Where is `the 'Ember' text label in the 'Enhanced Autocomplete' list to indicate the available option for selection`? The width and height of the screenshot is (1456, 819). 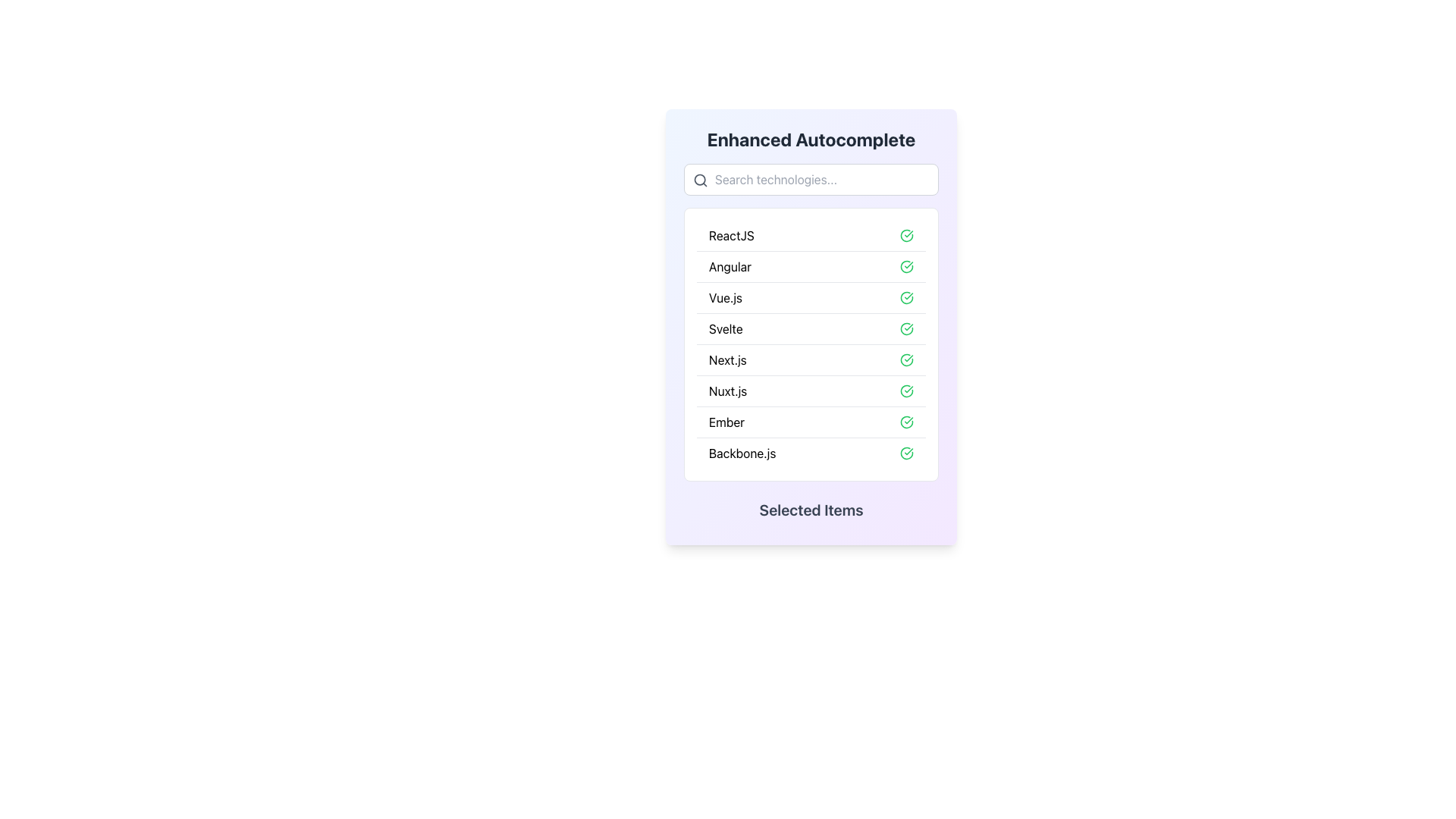
the 'Ember' text label in the 'Enhanced Autocomplete' list to indicate the available option for selection is located at coordinates (726, 422).